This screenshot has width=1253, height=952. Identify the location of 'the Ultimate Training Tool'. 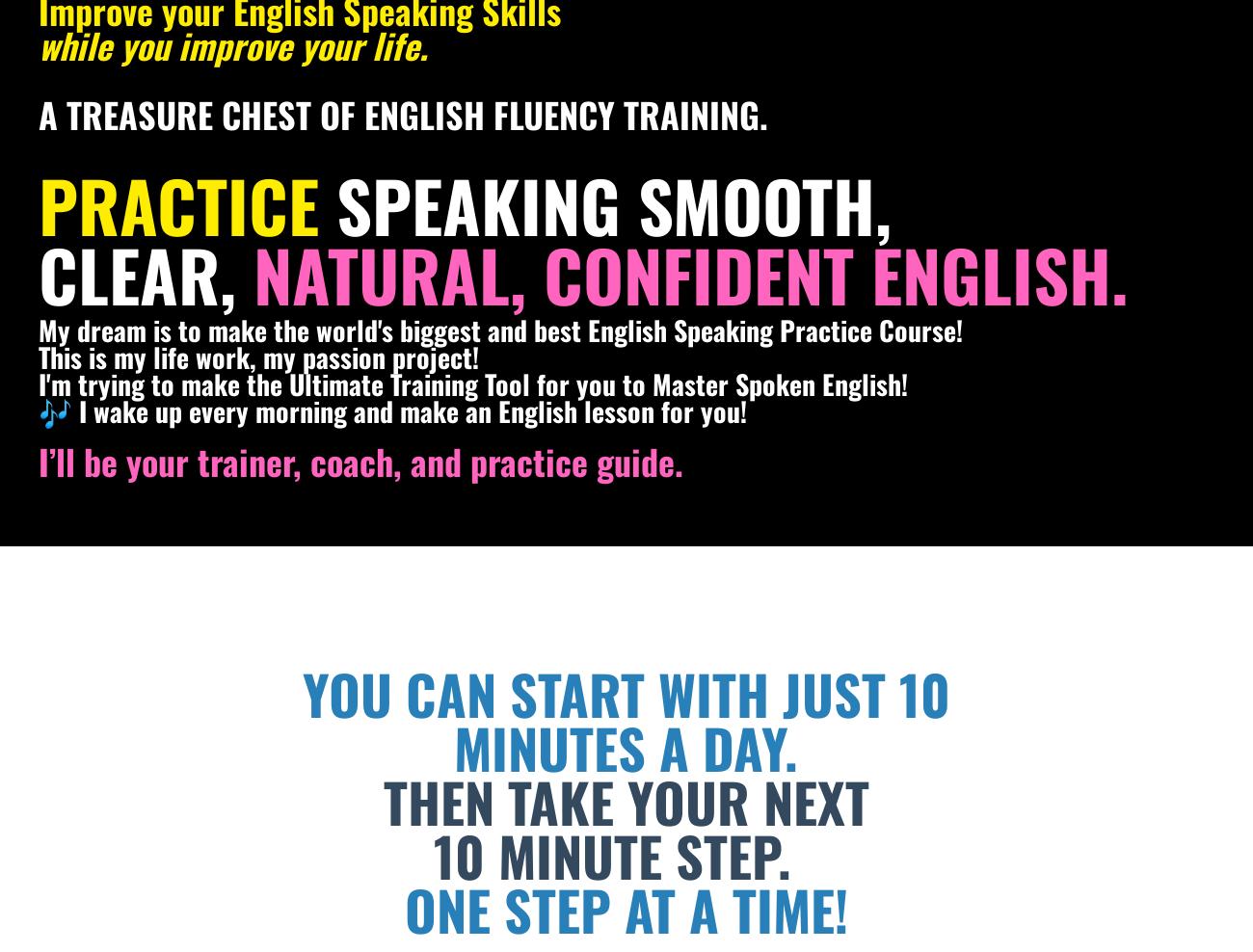
(391, 383).